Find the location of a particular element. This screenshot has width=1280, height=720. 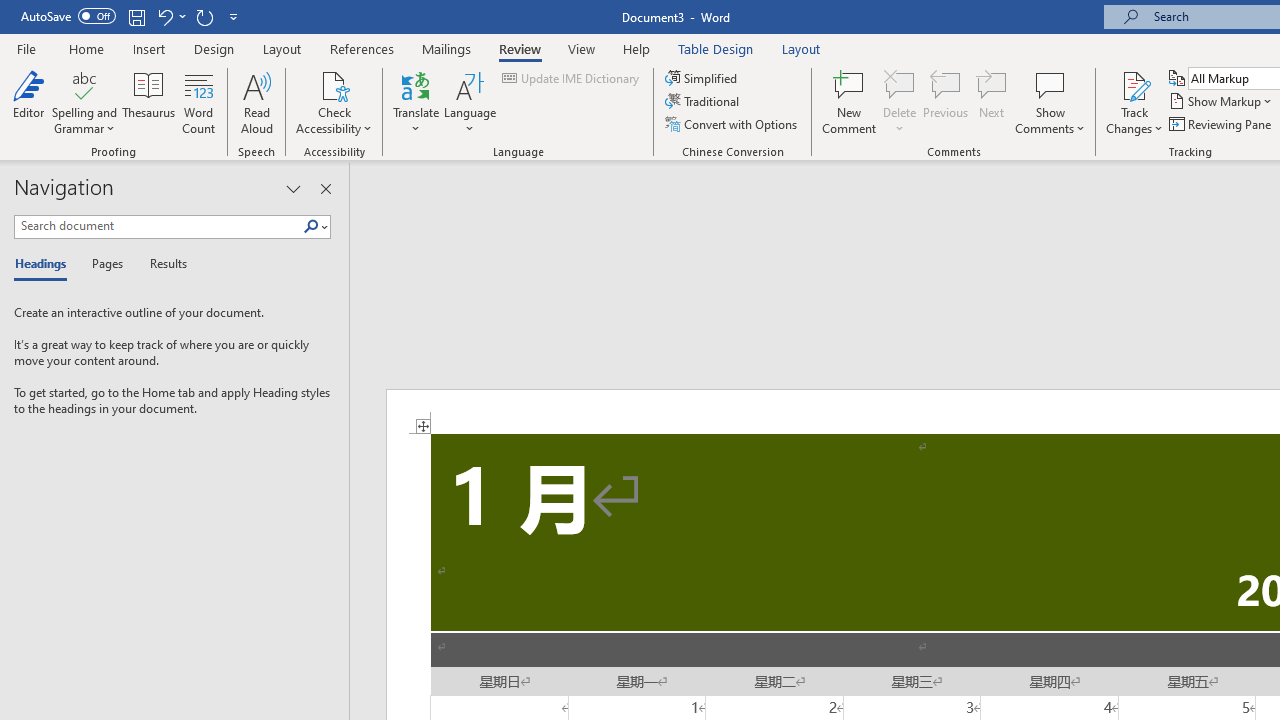

'Track Changes' is located at coordinates (1134, 84).